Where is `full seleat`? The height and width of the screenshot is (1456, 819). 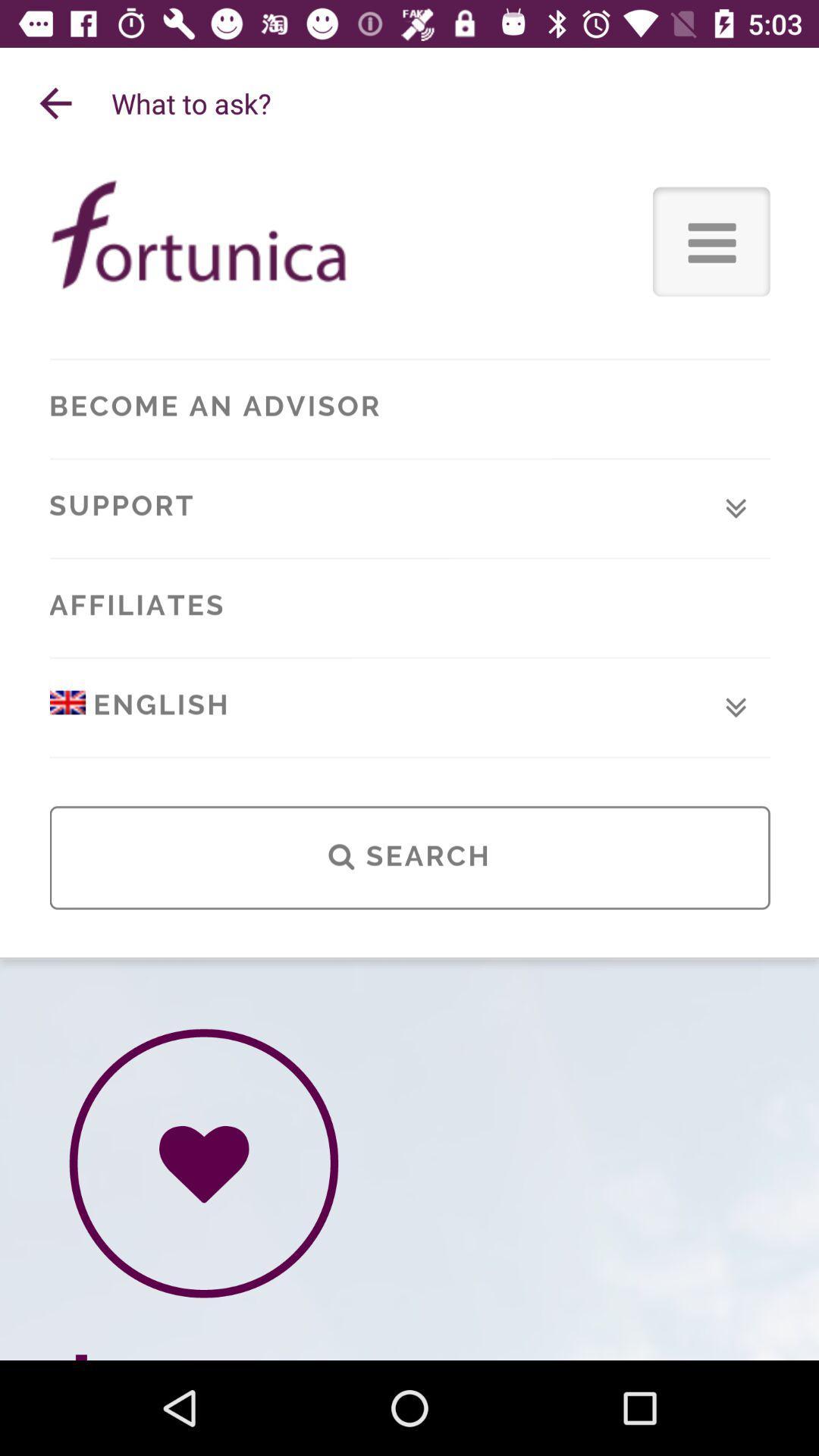
full seleat is located at coordinates (409, 760).